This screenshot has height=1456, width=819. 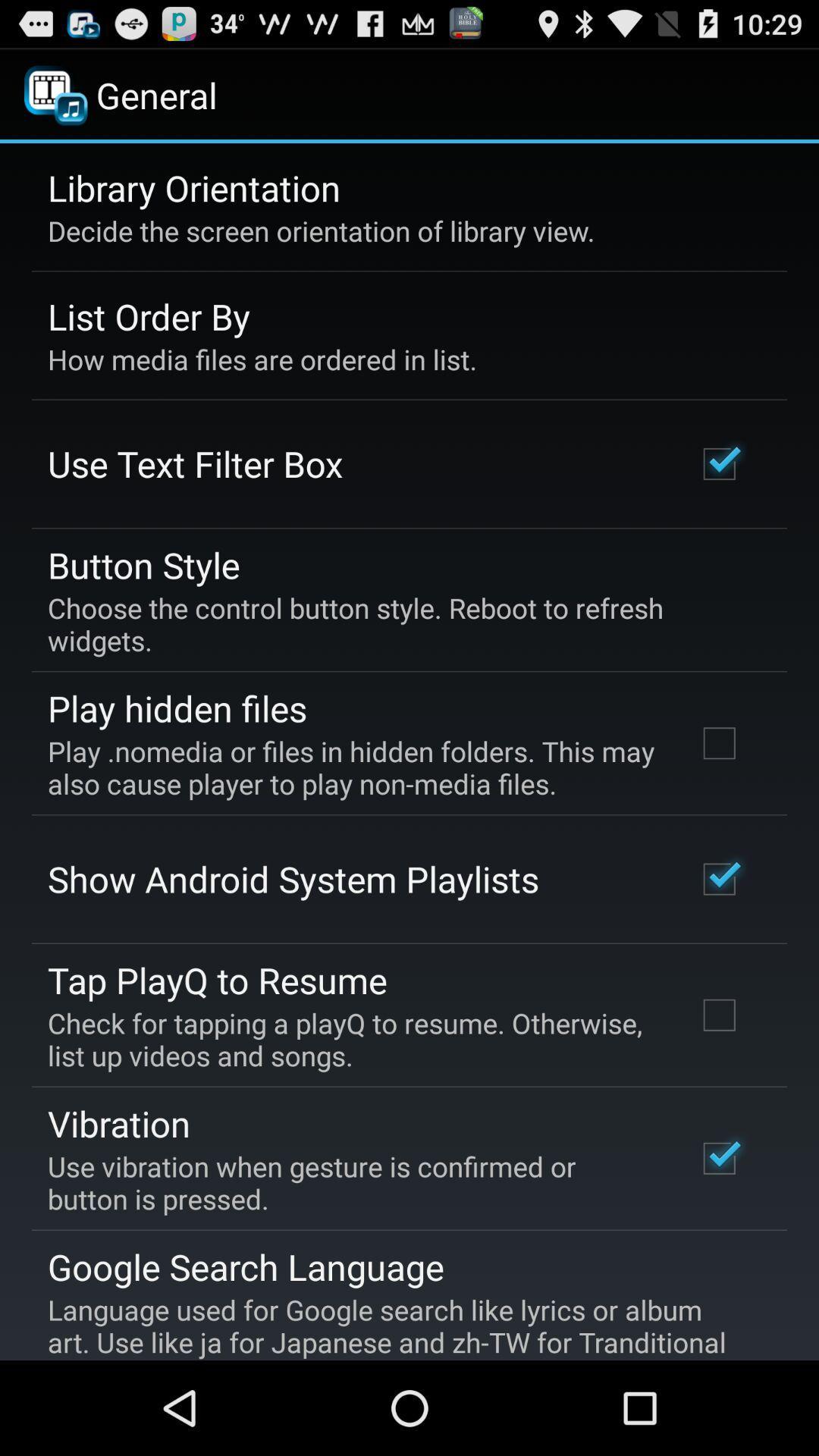 What do you see at coordinates (351, 1038) in the screenshot?
I see `the app above the vibration icon` at bounding box center [351, 1038].